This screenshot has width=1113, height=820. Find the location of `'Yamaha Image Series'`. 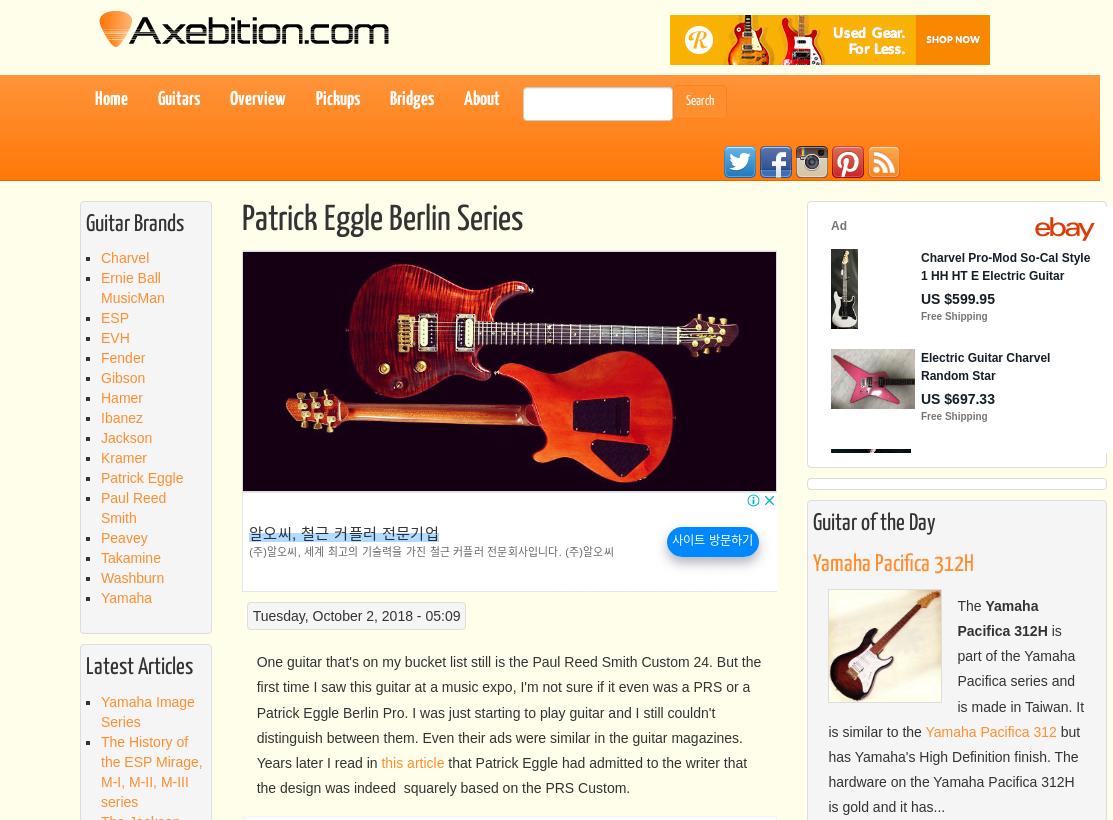

'Yamaha Image Series' is located at coordinates (146, 711).